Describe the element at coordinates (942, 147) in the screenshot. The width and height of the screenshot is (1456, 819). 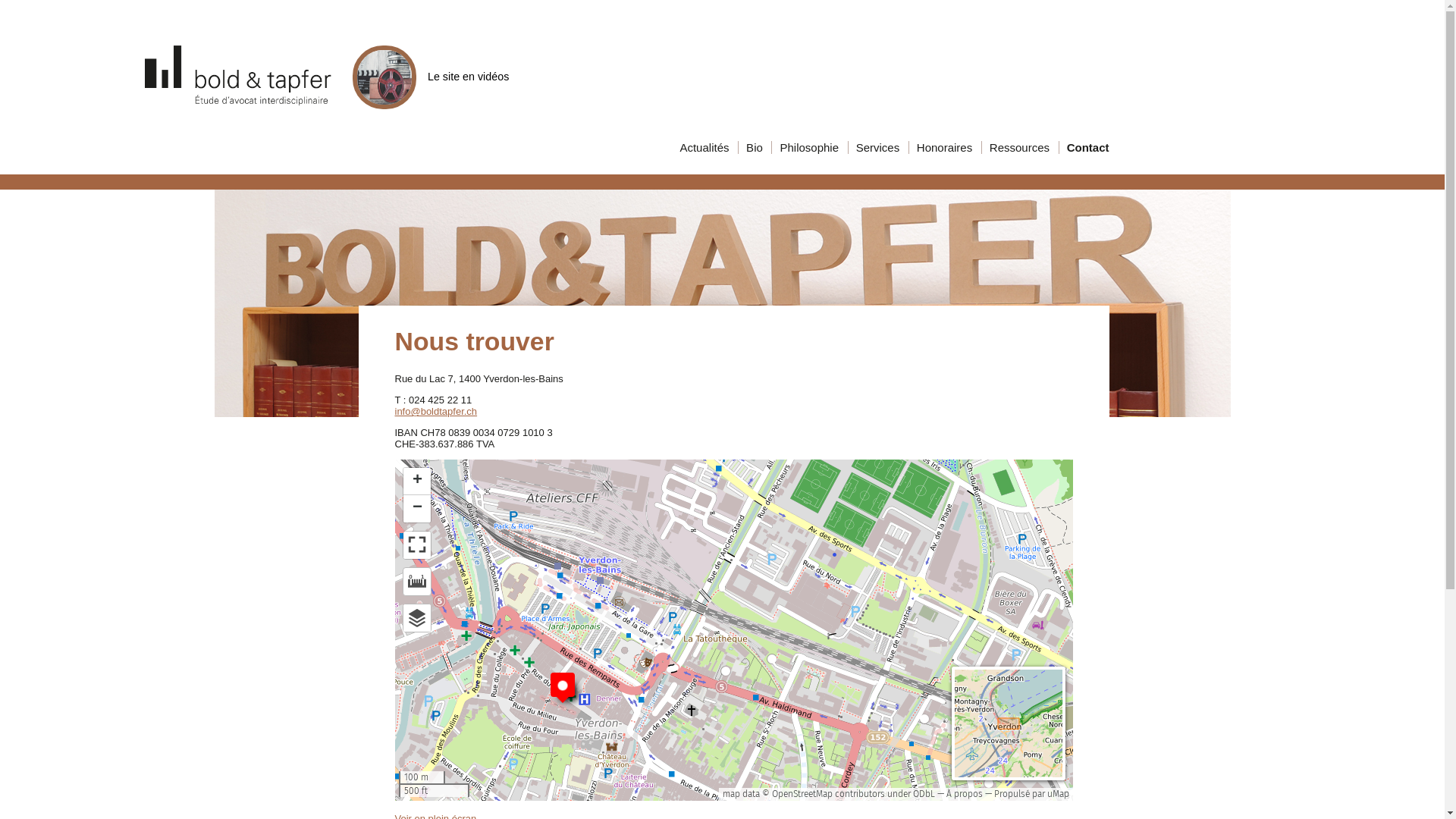
I see `'Honoraires'` at that location.